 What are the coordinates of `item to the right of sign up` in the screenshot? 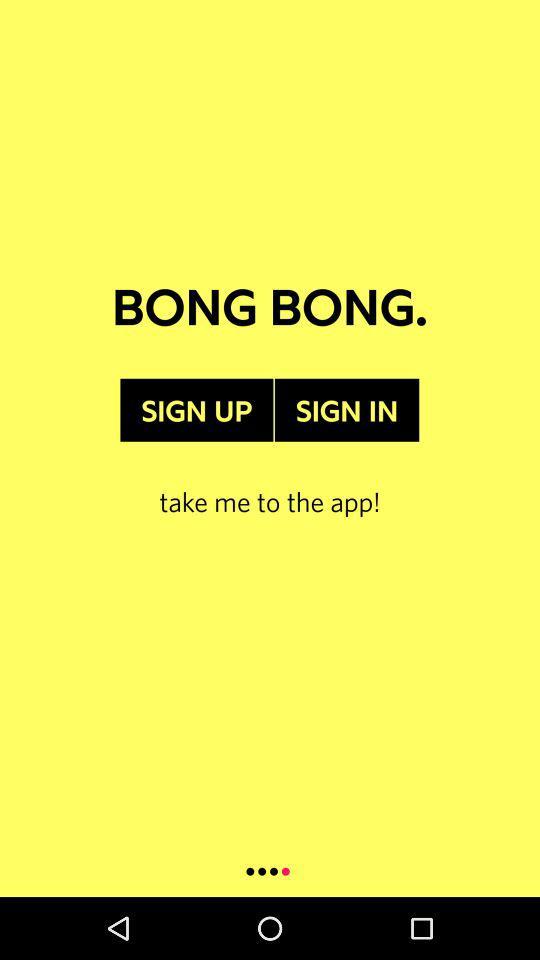 It's located at (346, 409).